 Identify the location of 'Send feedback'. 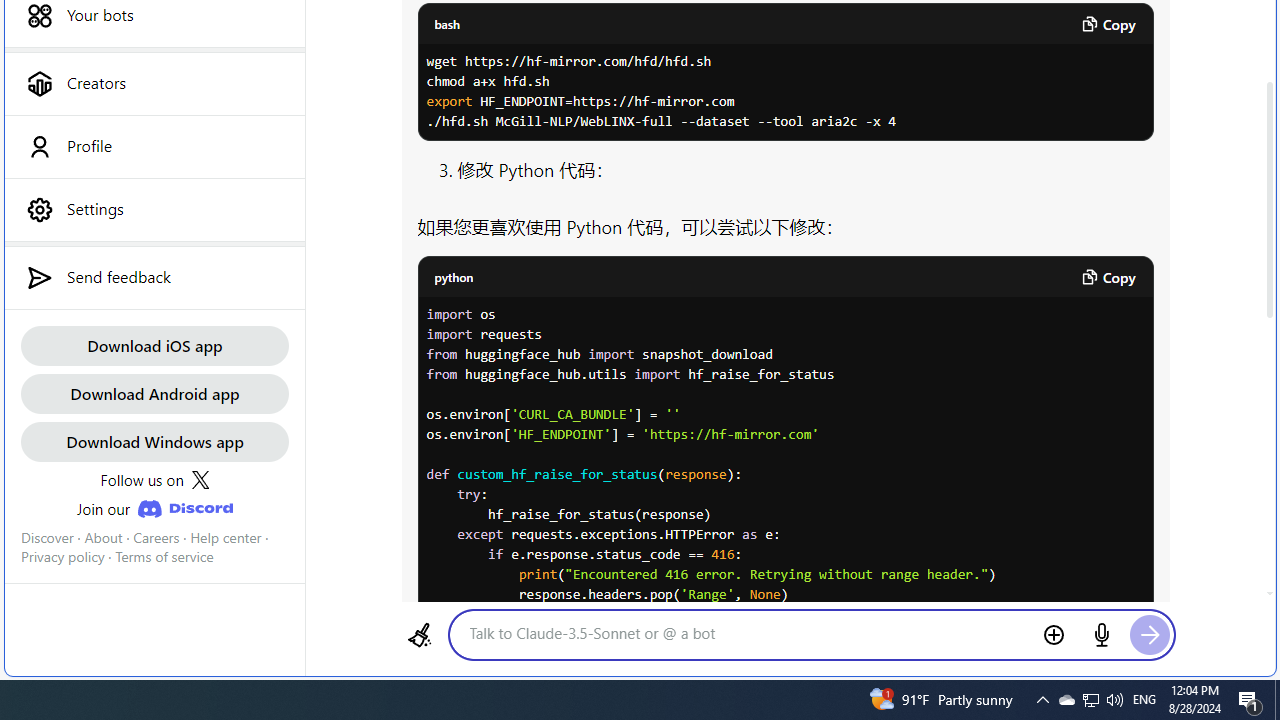
(153, 277).